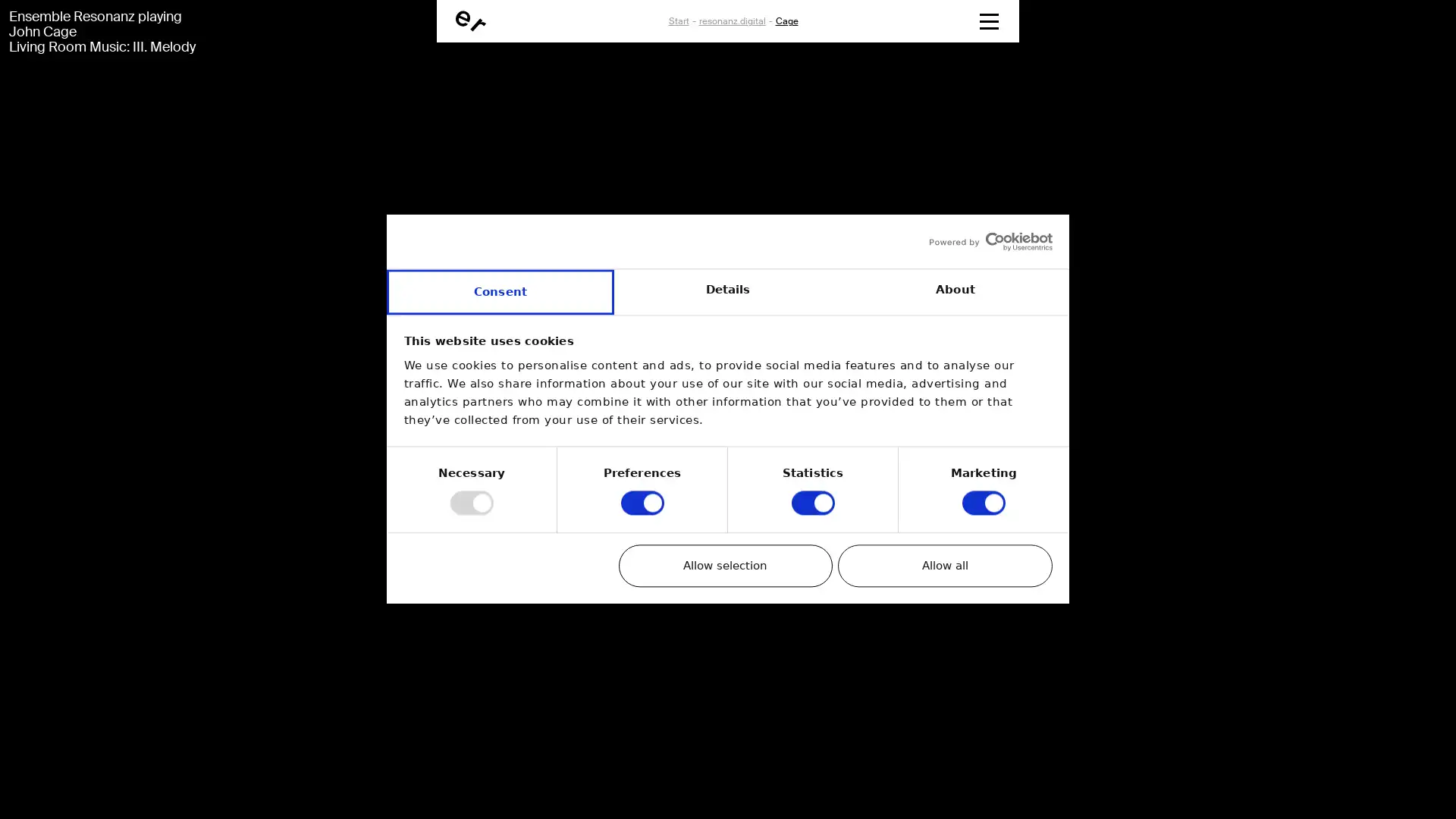 The width and height of the screenshot is (1456, 819). Describe the element at coordinates (736, 801) in the screenshot. I see `06` at that location.